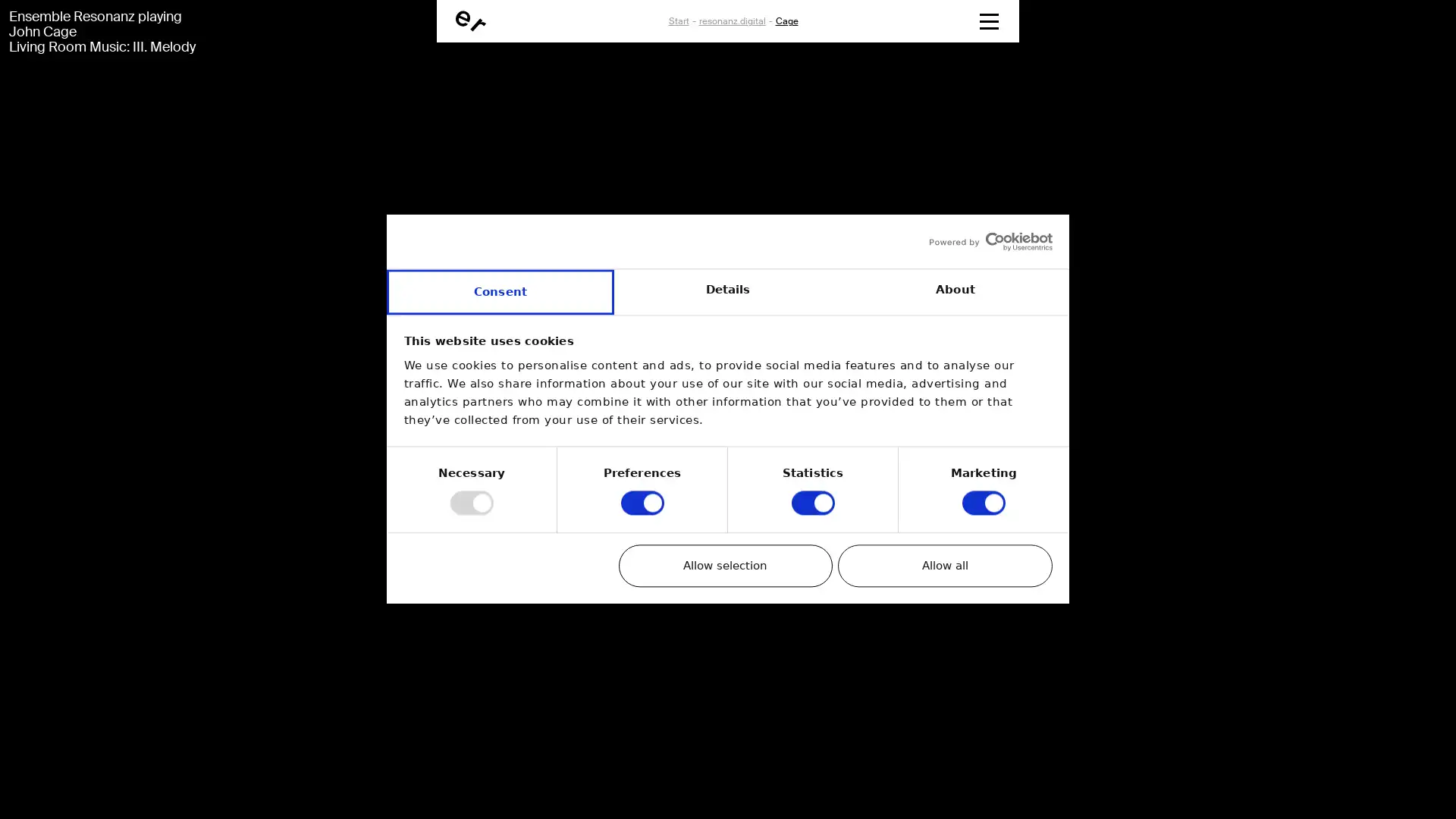 The width and height of the screenshot is (1456, 819). Describe the element at coordinates (736, 801) in the screenshot. I see `06` at that location.